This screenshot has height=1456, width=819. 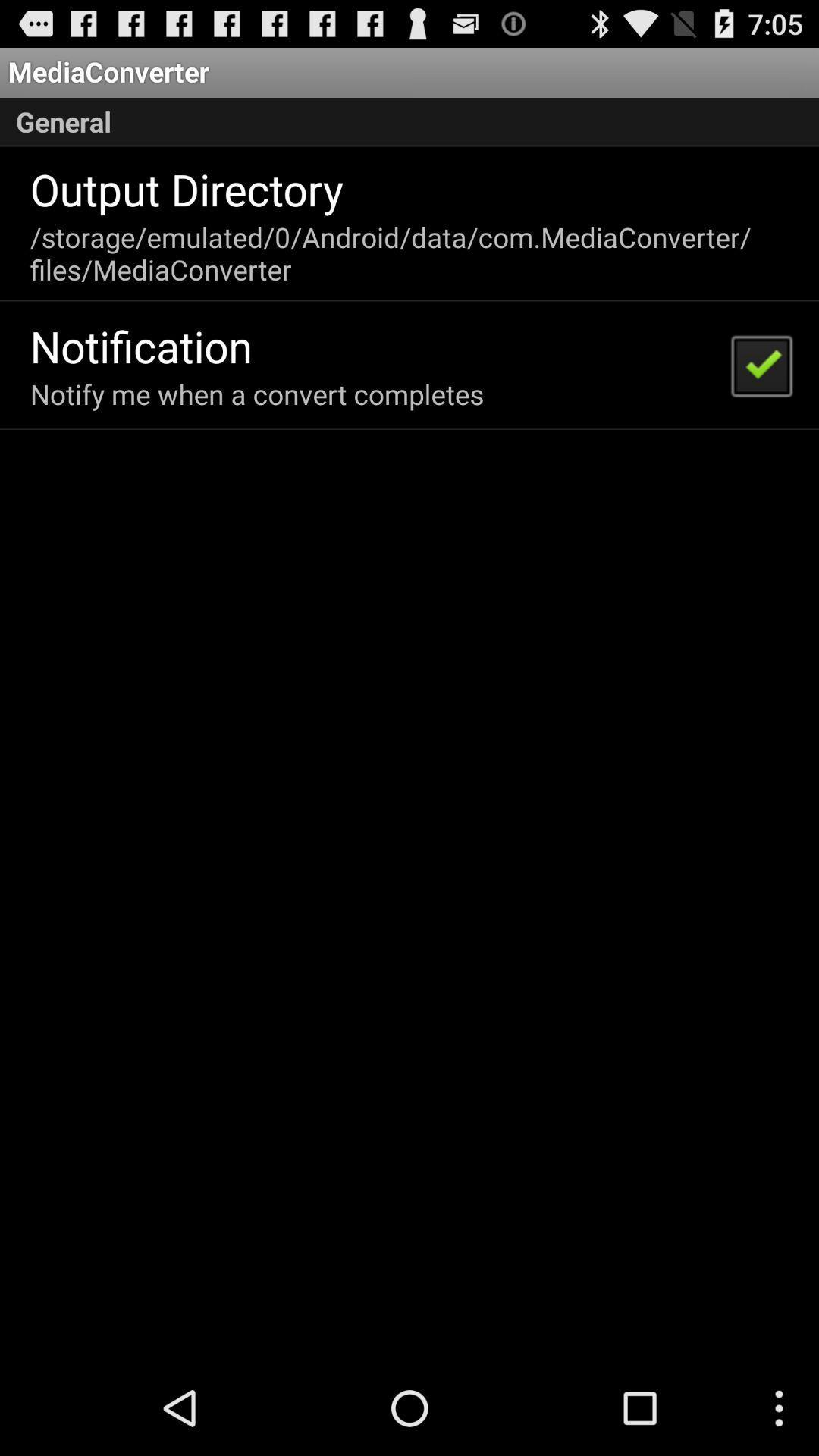 I want to click on the item at the top right corner, so click(x=761, y=365).